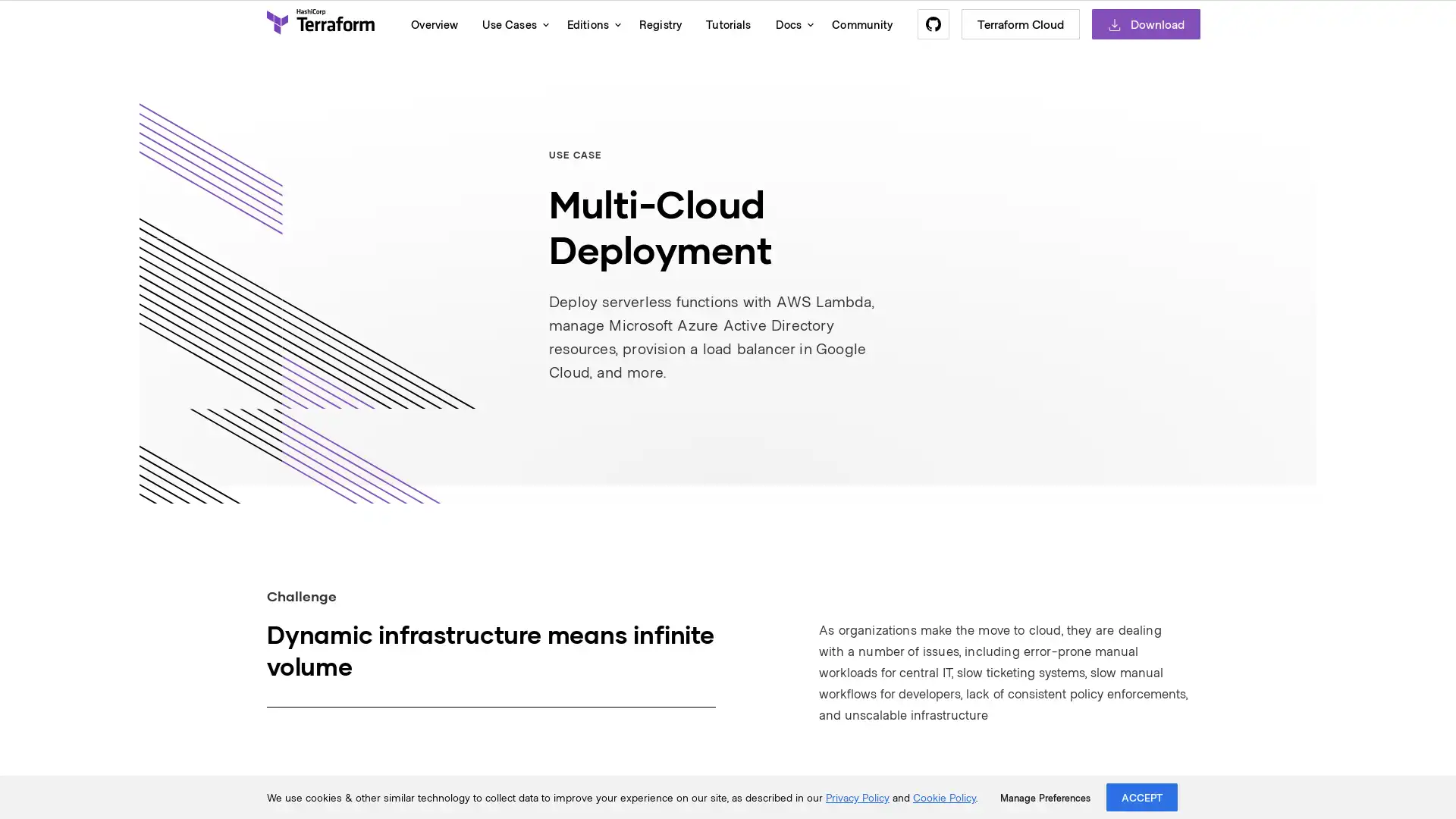 This screenshot has width=1456, height=819. Describe the element at coordinates (512, 24) in the screenshot. I see `Use Cases` at that location.